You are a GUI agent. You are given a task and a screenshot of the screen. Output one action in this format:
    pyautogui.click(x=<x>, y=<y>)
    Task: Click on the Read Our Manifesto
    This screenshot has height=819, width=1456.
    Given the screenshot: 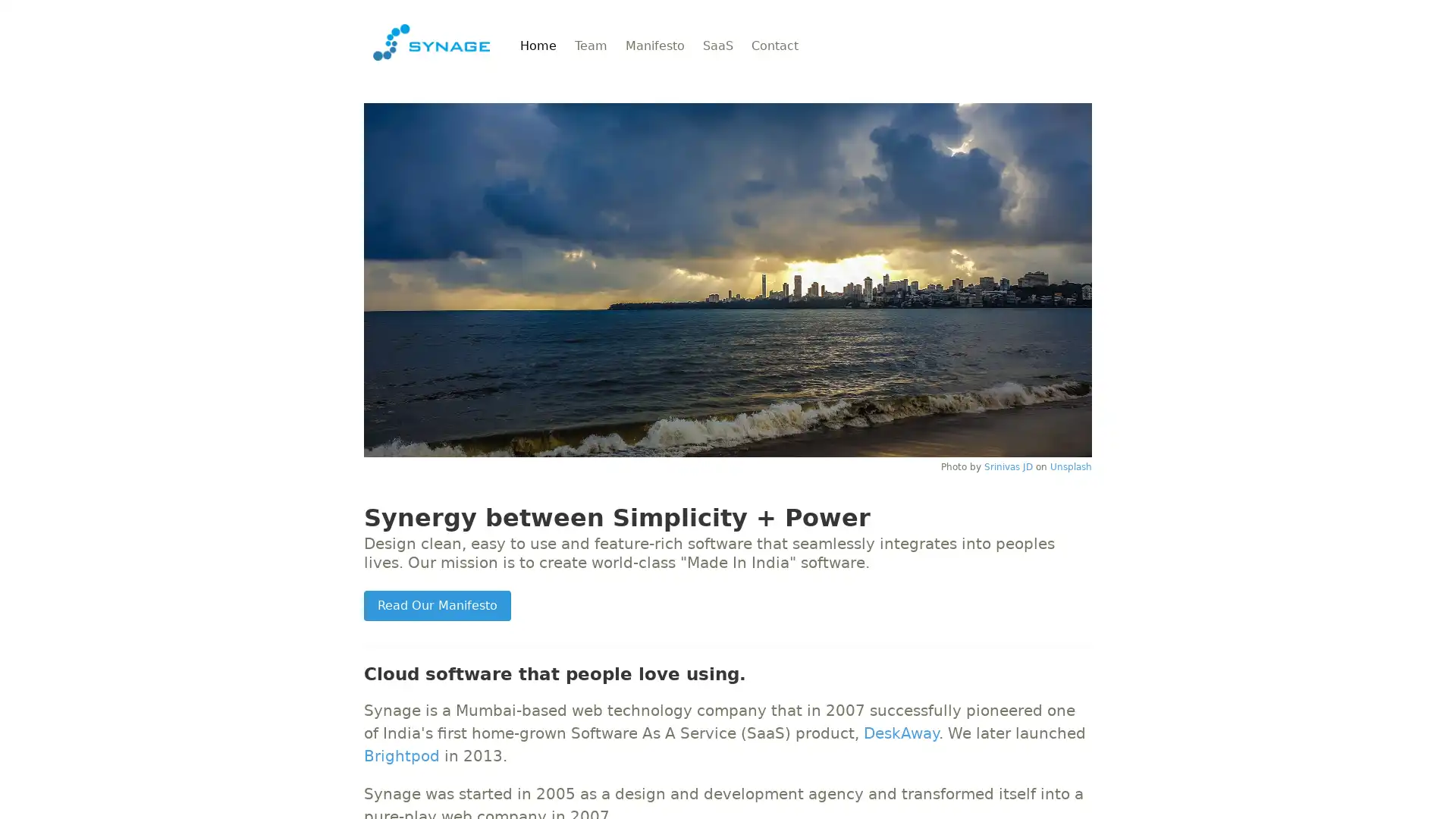 What is the action you would take?
    pyautogui.click(x=436, y=604)
    